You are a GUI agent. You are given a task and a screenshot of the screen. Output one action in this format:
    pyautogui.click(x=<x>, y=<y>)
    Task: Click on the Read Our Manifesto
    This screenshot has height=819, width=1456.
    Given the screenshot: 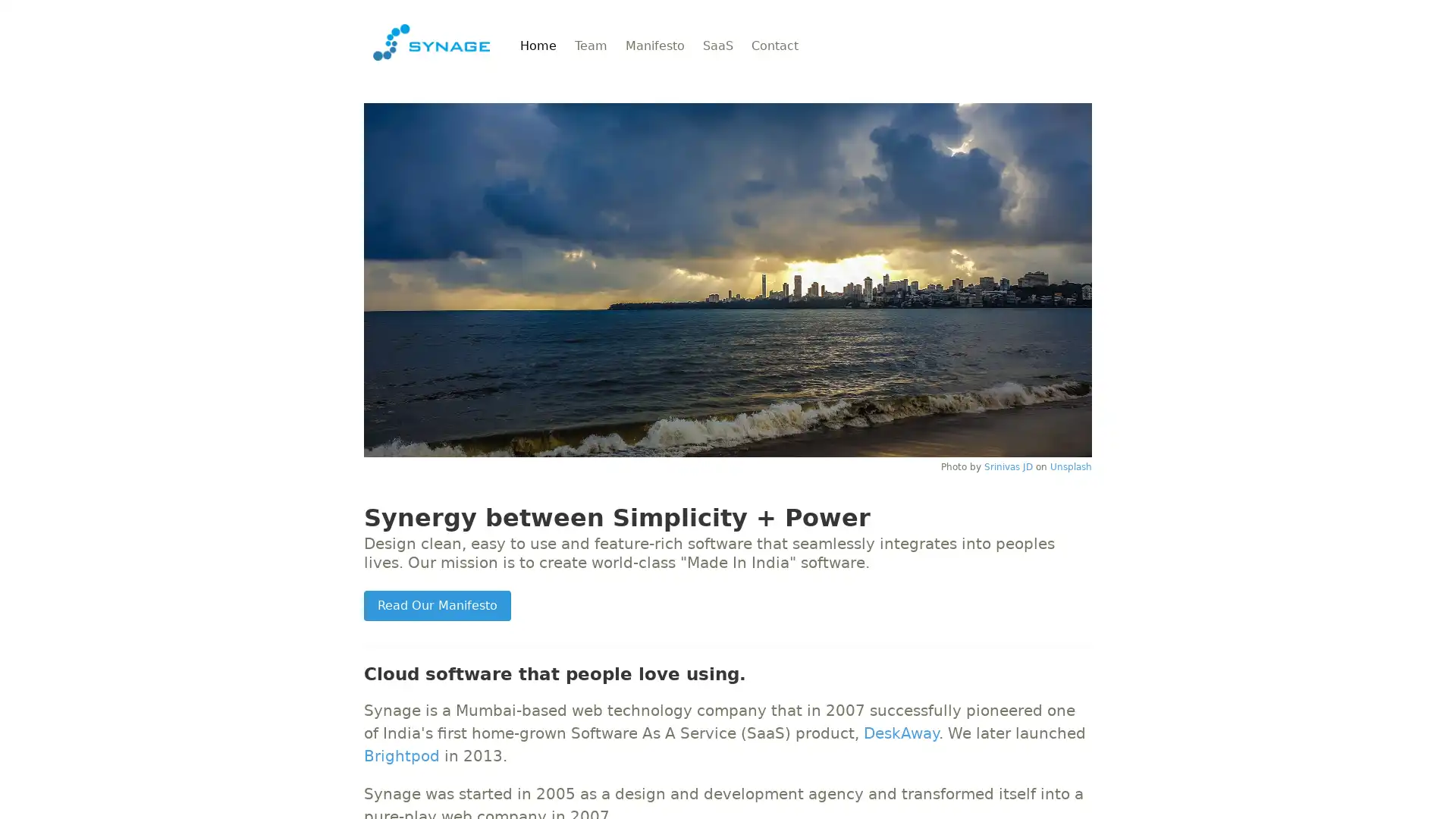 What is the action you would take?
    pyautogui.click(x=436, y=604)
    